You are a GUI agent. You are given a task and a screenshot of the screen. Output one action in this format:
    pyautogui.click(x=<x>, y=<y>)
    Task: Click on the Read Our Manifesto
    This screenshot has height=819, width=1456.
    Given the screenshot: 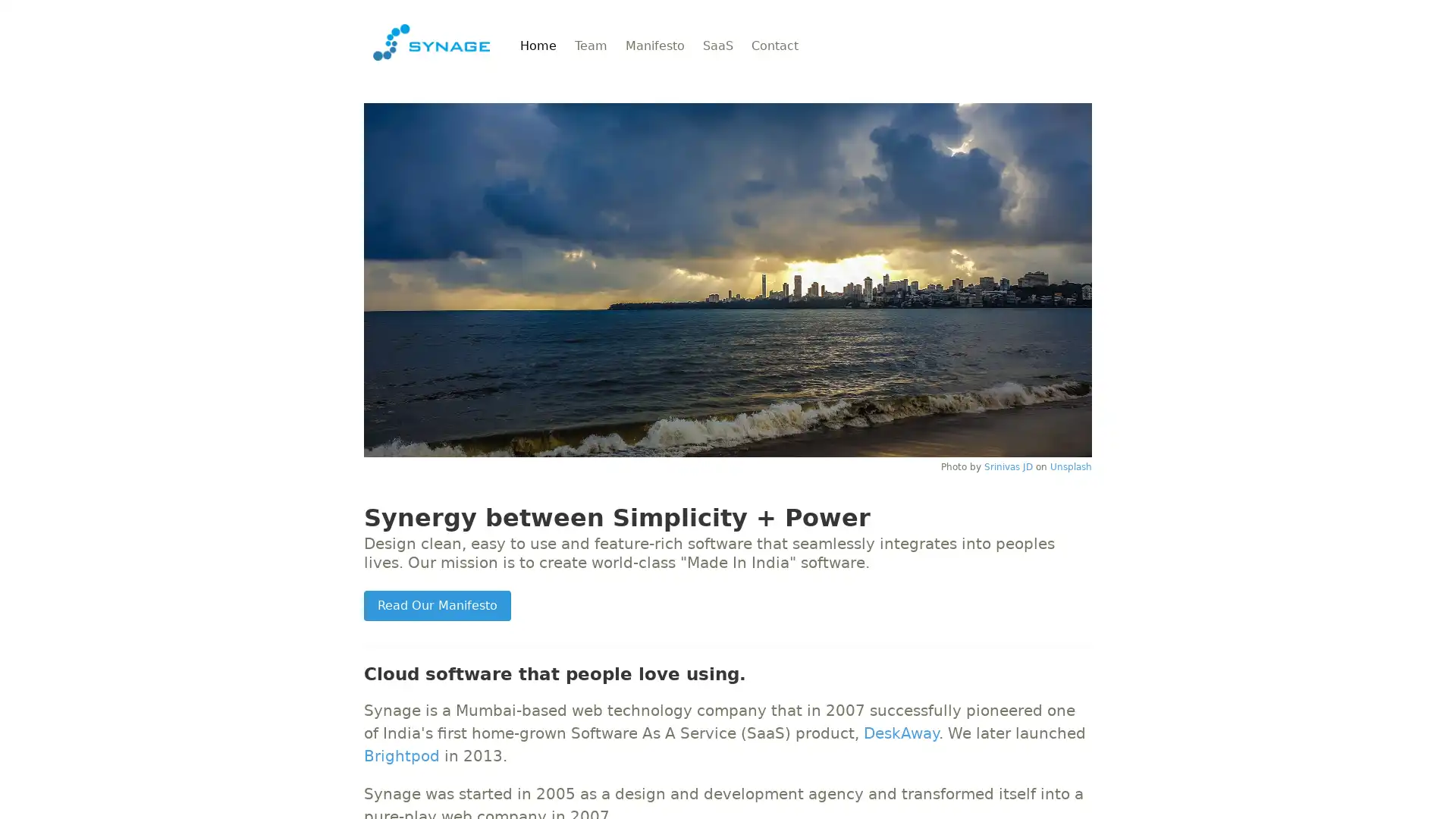 What is the action you would take?
    pyautogui.click(x=436, y=604)
    